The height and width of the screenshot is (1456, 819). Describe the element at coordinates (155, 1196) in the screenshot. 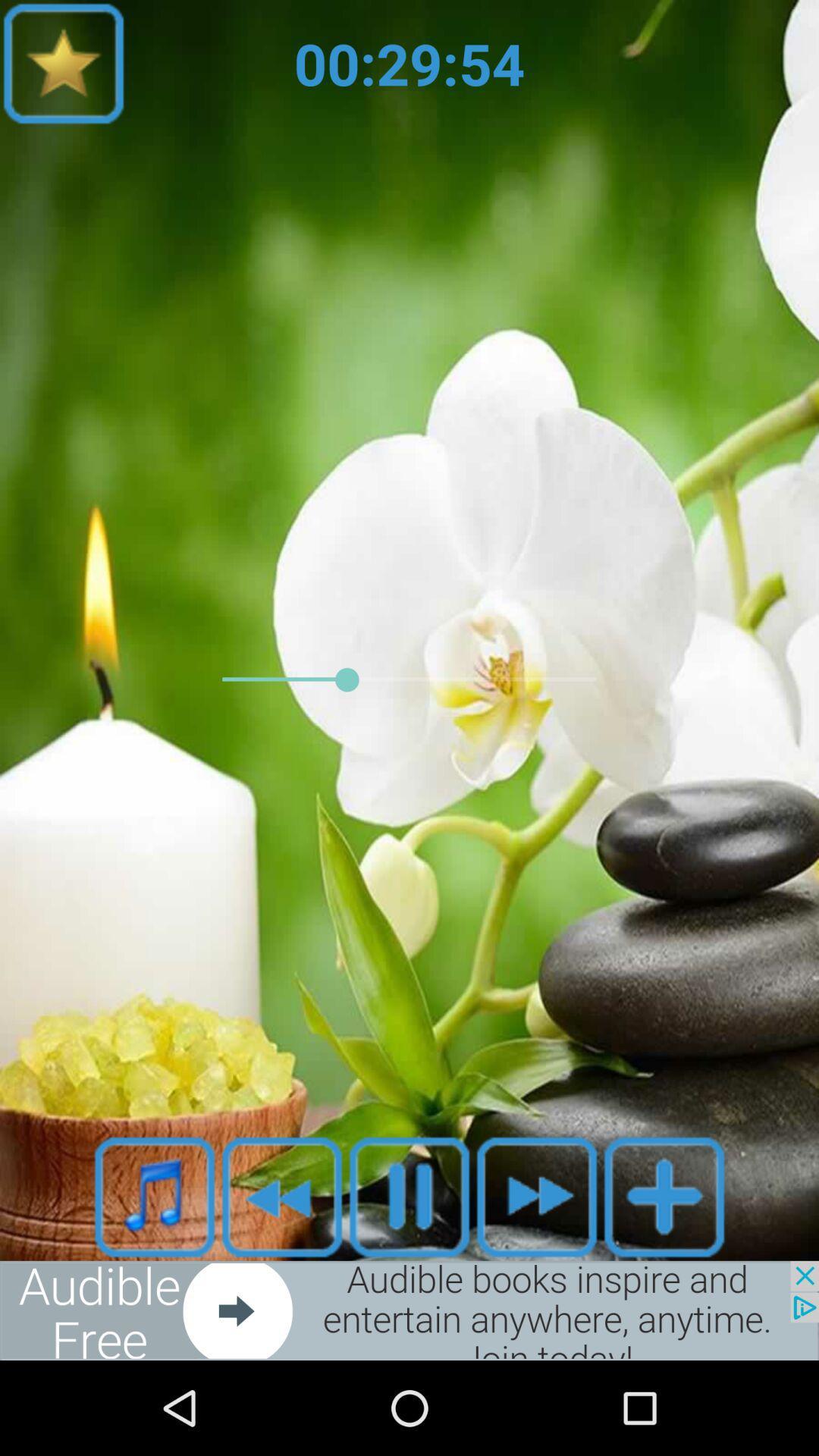

I see `music button` at that location.